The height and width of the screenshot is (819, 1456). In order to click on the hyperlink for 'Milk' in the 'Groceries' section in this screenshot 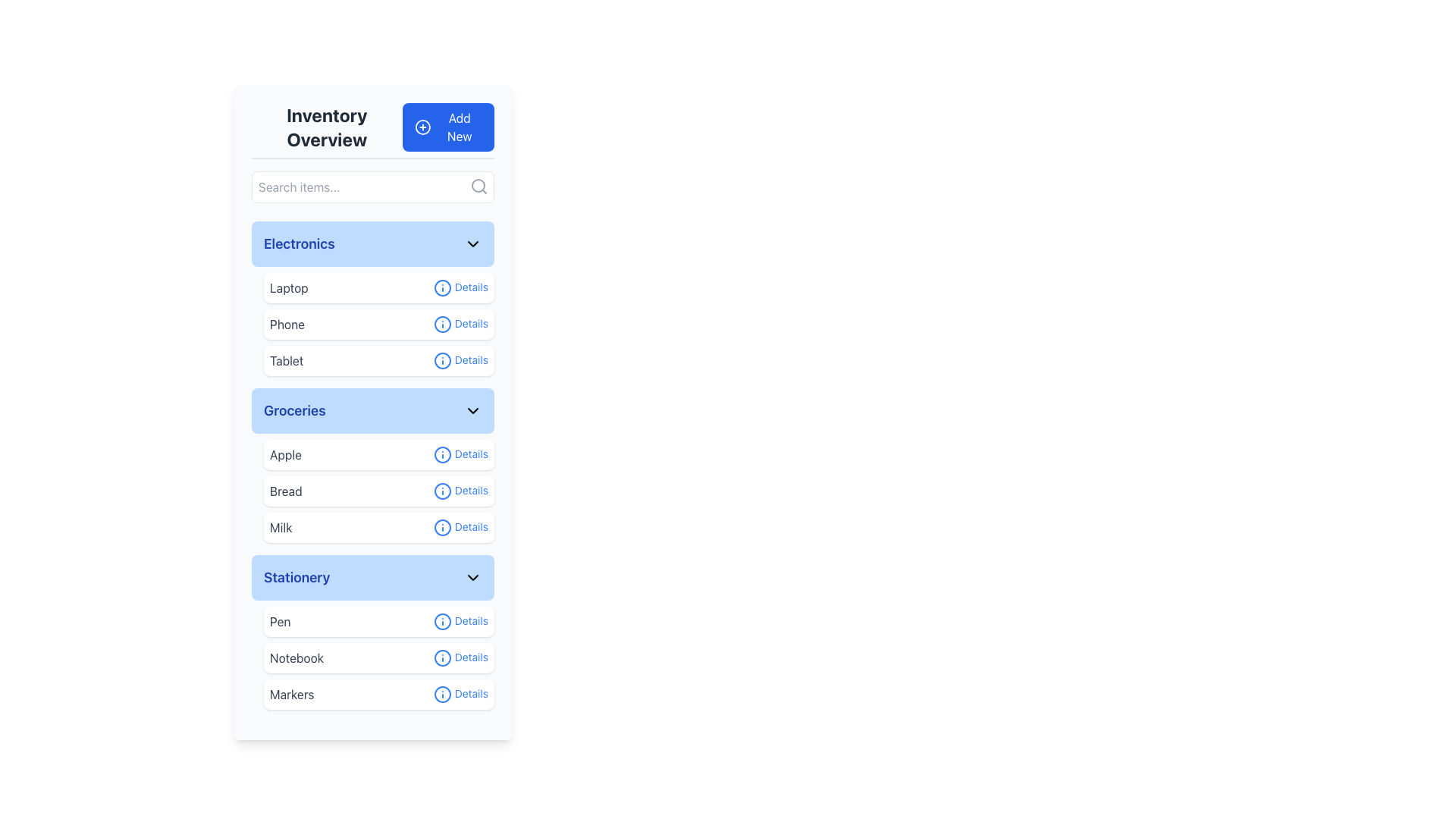, I will do `click(460, 526)`.